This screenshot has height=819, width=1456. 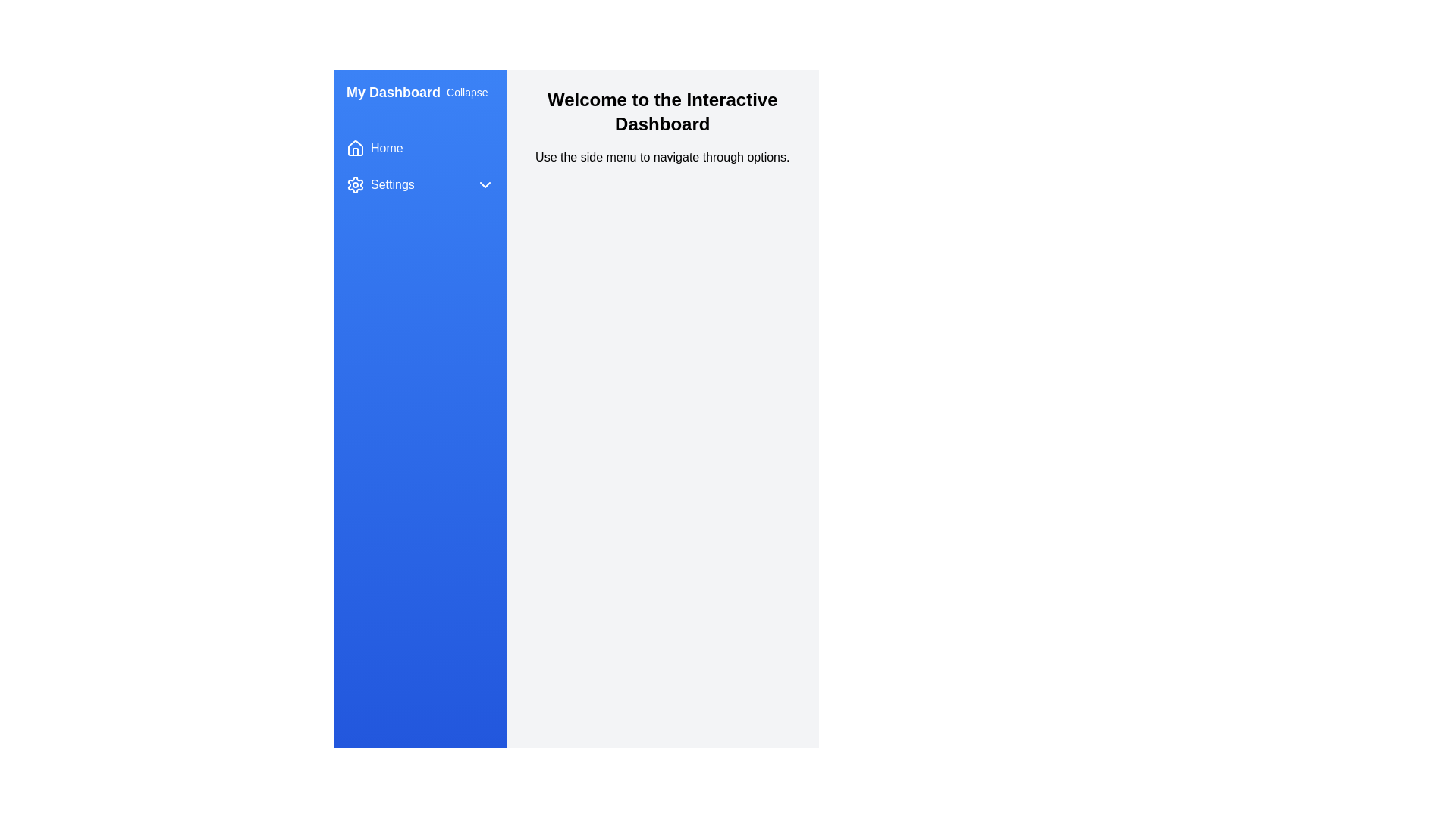 I want to click on the cog-shaped icon with a blue outline next to the 'Settings' label, so click(x=355, y=184).